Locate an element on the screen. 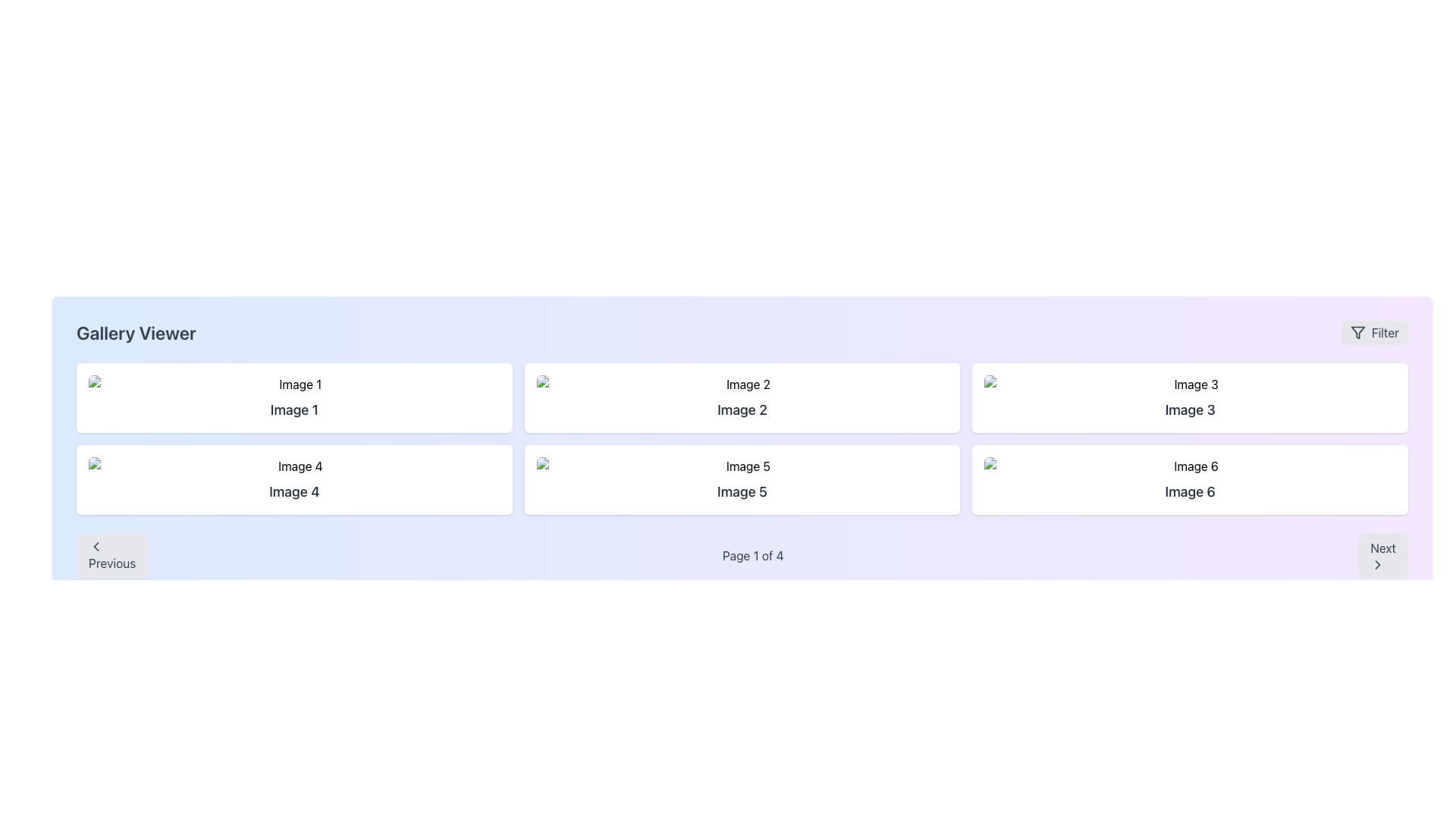  the 'Next' button, which is a rectangular button with a right-facing chevron icon and a light gray background, located at the bottom right of the interface is located at coordinates (1383, 555).